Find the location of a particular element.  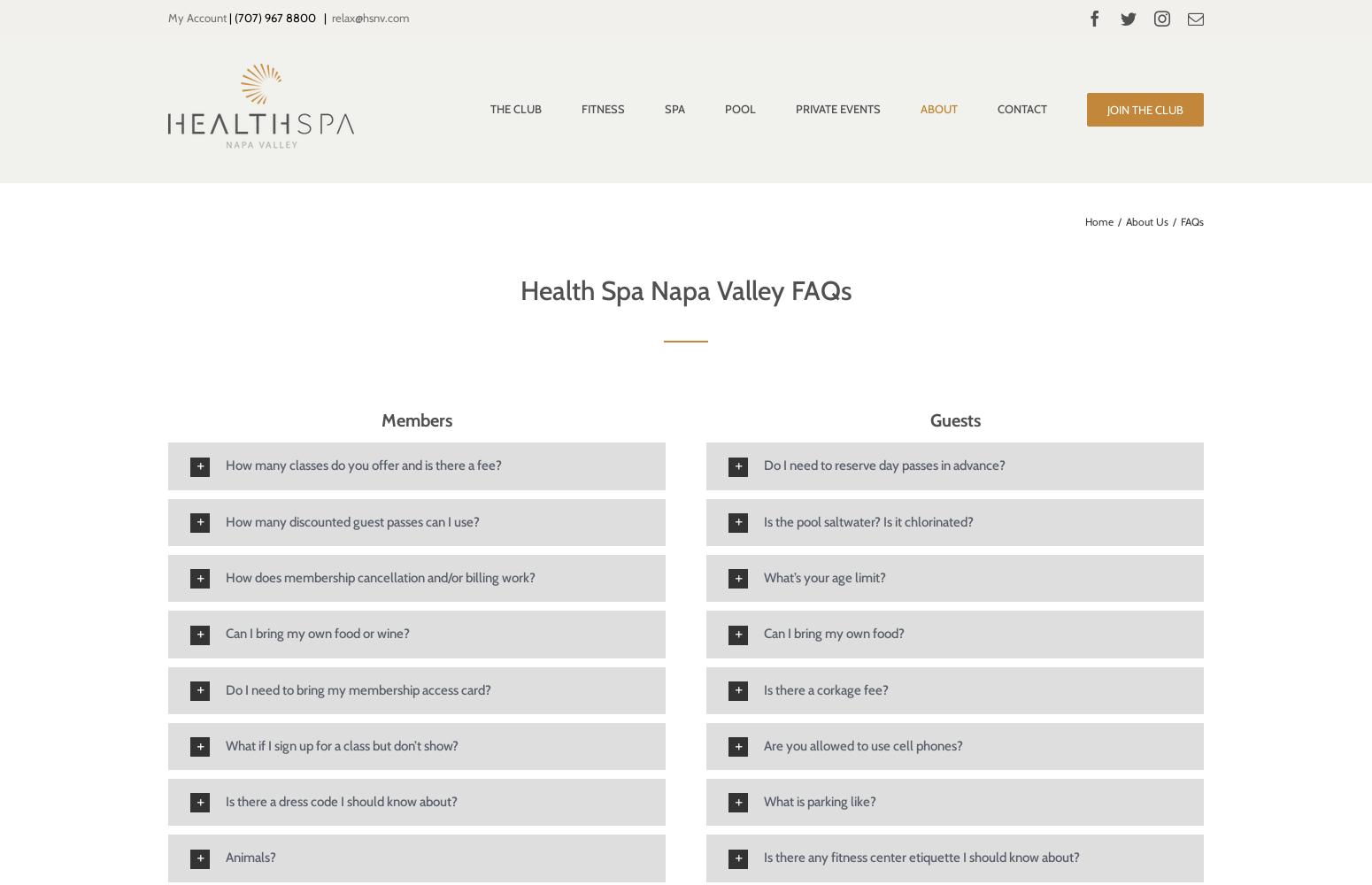

'LAP SWIMMING' is located at coordinates (779, 241).